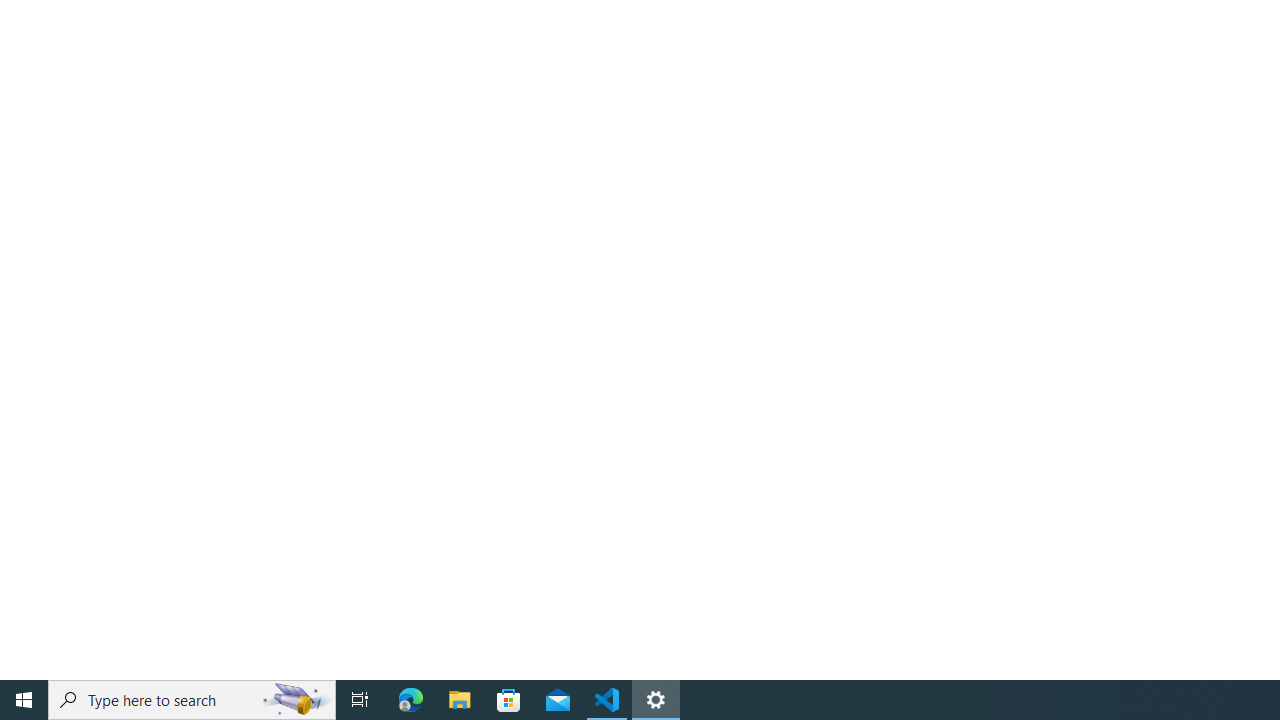 This screenshot has height=720, width=1280. What do you see at coordinates (509, 698) in the screenshot?
I see `'Microsoft Store'` at bounding box center [509, 698].